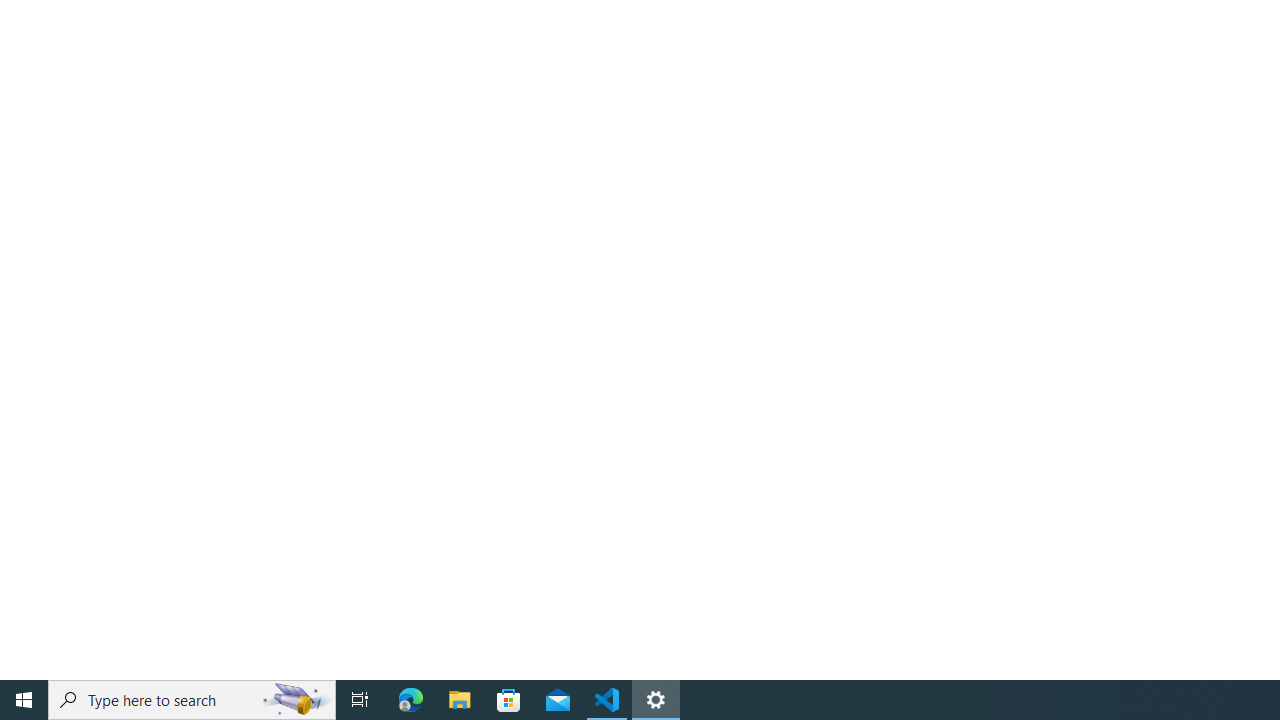 This screenshot has height=720, width=1280. What do you see at coordinates (509, 698) in the screenshot?
I see `'Microsoft Store'` at bounding box center [509, 698].